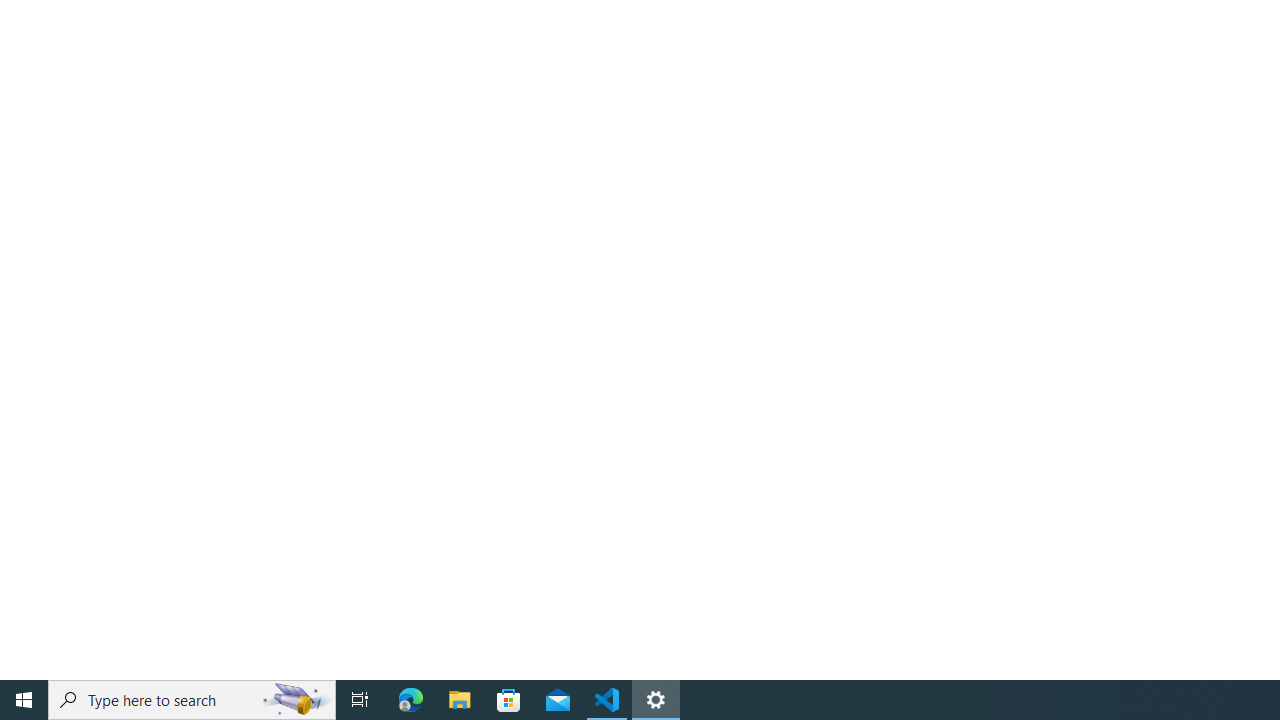 This screenshot has height=720, width=1280. What do you see at coordinates (509, 698) in the screenshot?
I see `'Microsoft Store'` at bounding box center [509, 698].